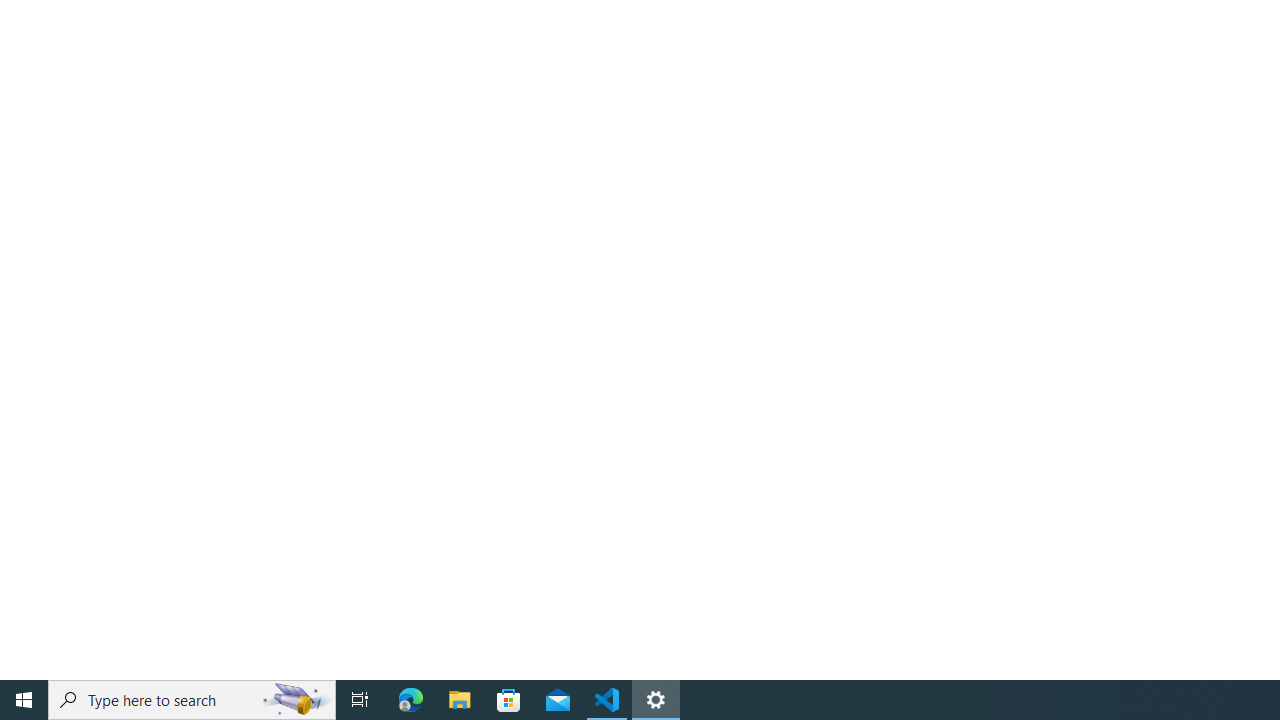 This screenshot has height=720, width=1280. What do you see at coordinates (509, 698) in the screenshot?
I see `'Microsoft Store'` at bounding box center [509, 698].